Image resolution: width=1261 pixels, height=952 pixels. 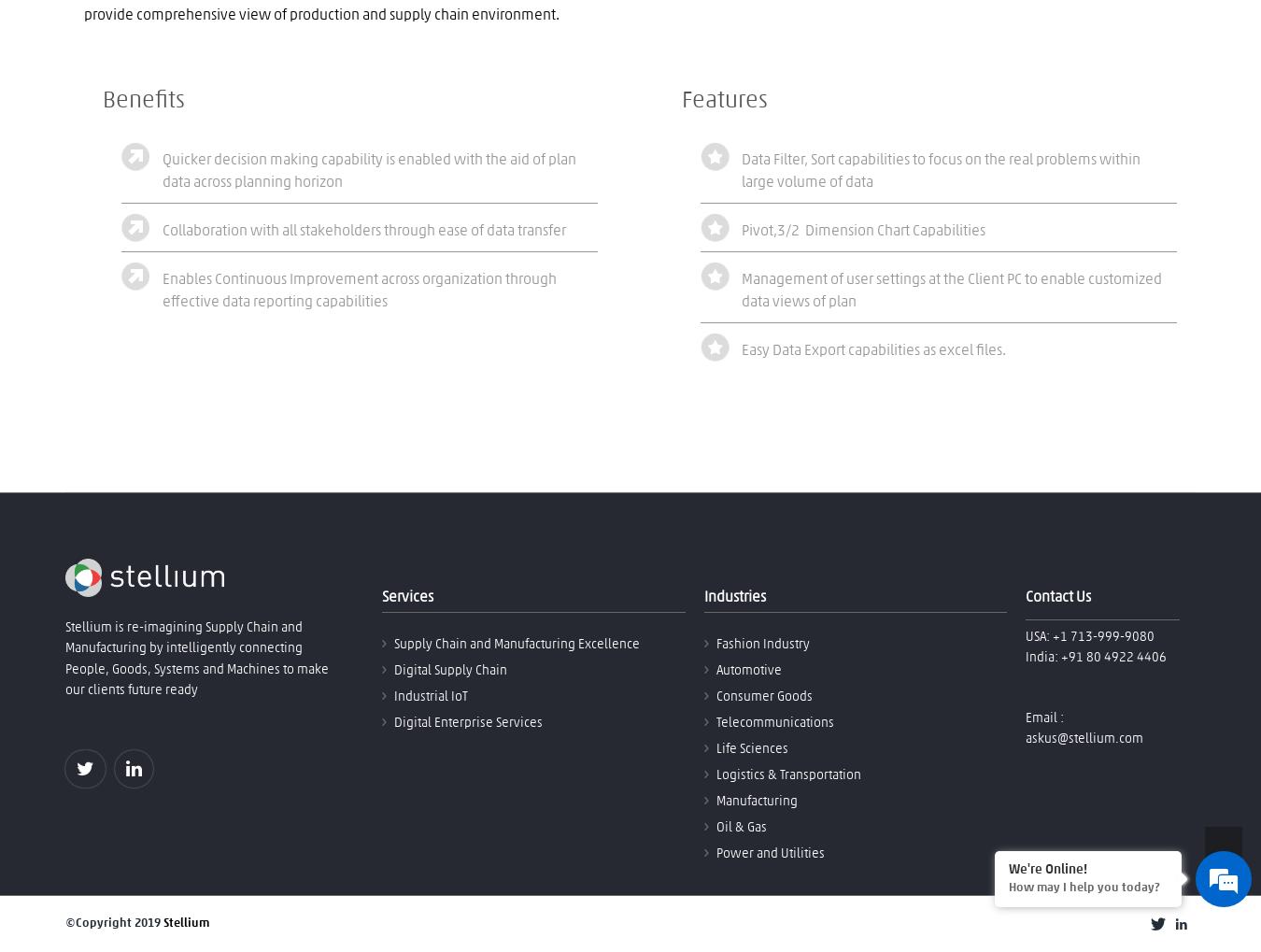 I want to click on 'Digital Enterprise Services', so click(x=467, y=721).